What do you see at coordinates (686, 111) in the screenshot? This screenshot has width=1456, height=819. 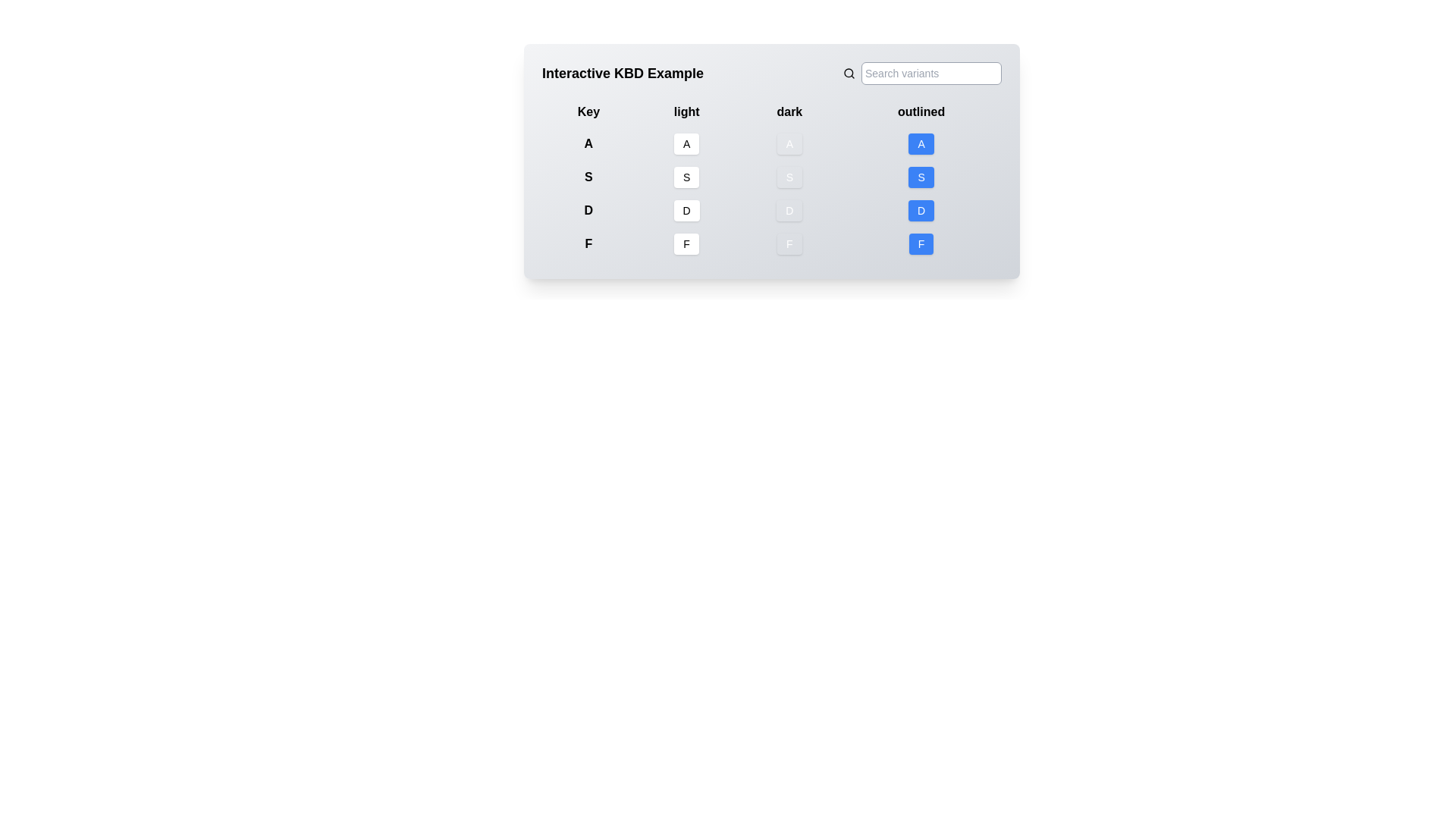 I see `the text label displaying 'light' in bold format, which is the second label in a horizontal group of labels, positioned under the header 'Interactive KBD Example'` at bounding box center [686, 111].